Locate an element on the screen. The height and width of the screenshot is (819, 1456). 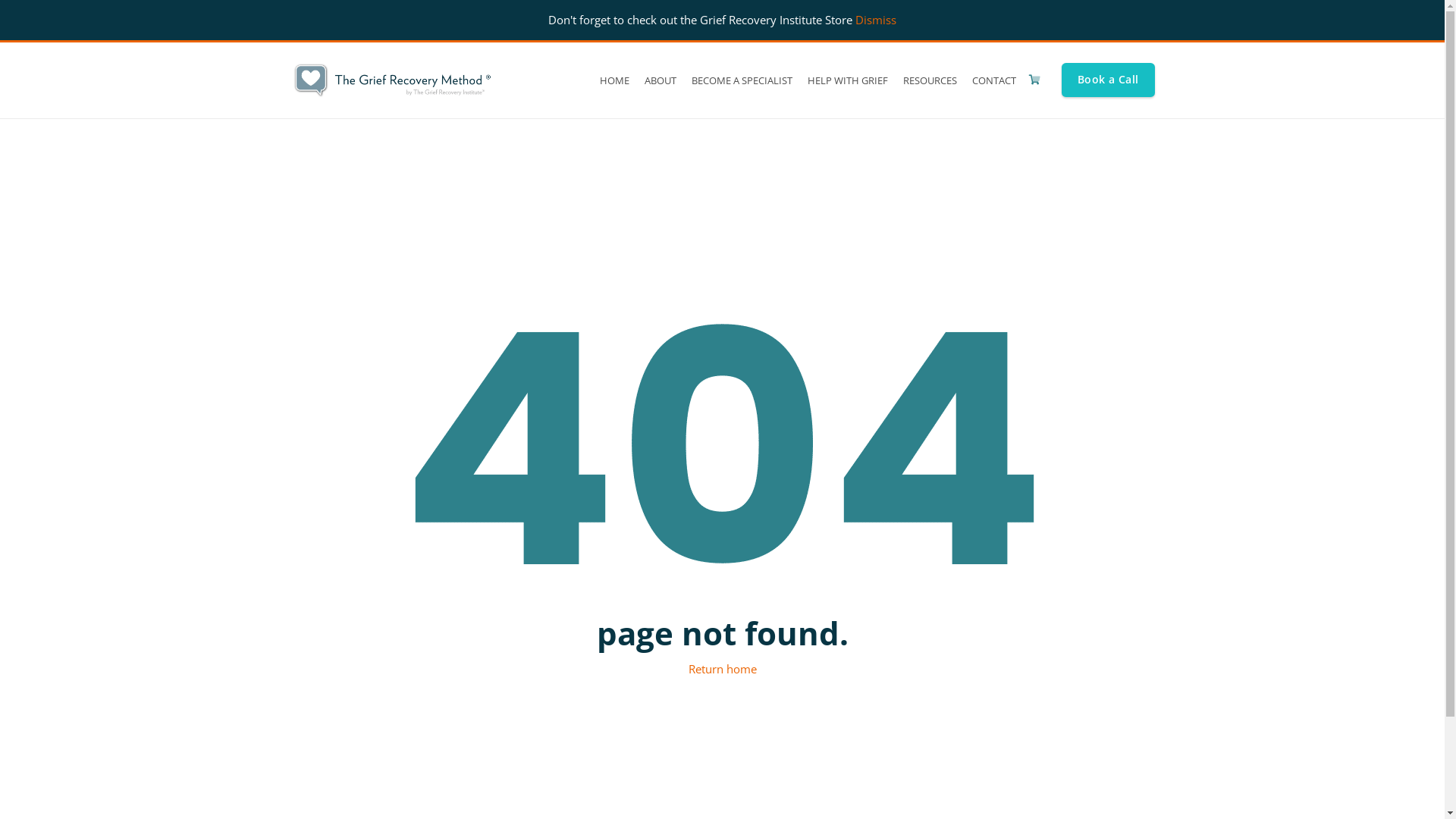
'HOME' is located at coordinates (591, 80).